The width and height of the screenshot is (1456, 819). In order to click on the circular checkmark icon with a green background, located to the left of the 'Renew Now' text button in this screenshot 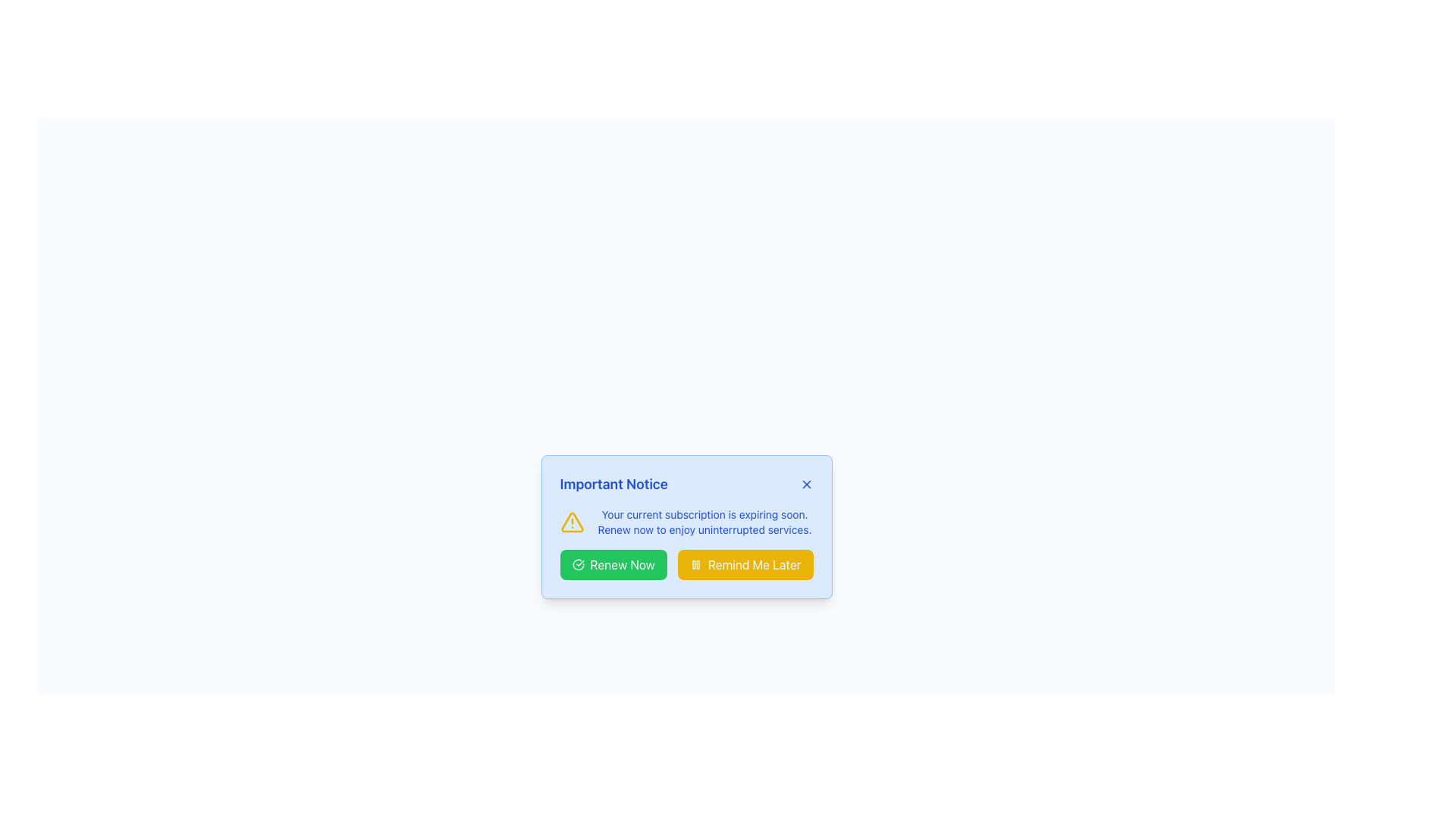, I will do `click(577, 564)`.